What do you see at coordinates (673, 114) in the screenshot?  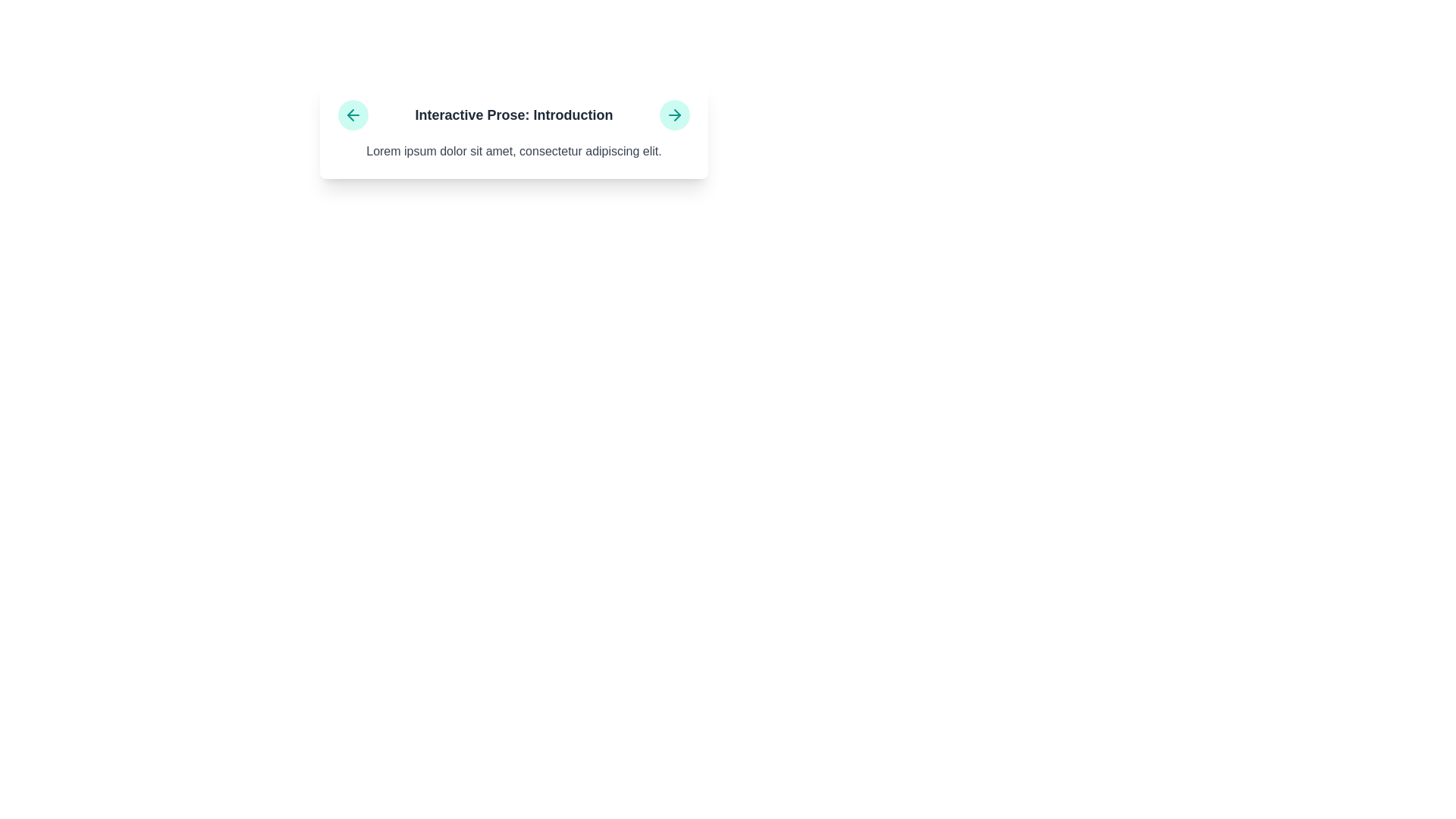 I see `the teal-colored arrow icon navigation button located at the top-right corner of the content card titled 'Interactive Prose: Introduction'` at bounding box center [673, 114].